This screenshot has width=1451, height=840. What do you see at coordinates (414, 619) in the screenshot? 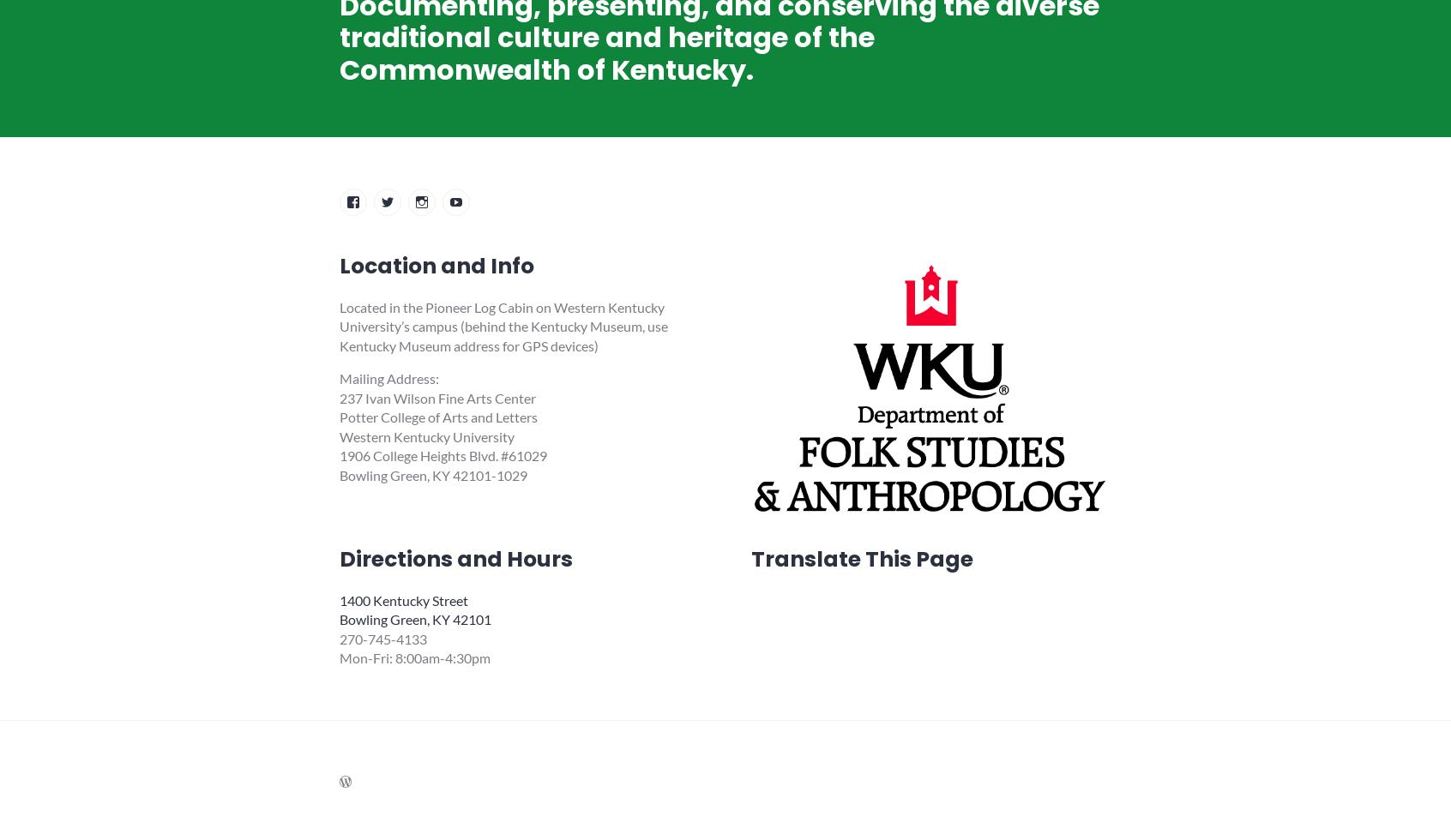
I see `'Bowling Green, KY 42101'` at bounding box center [414, 619].